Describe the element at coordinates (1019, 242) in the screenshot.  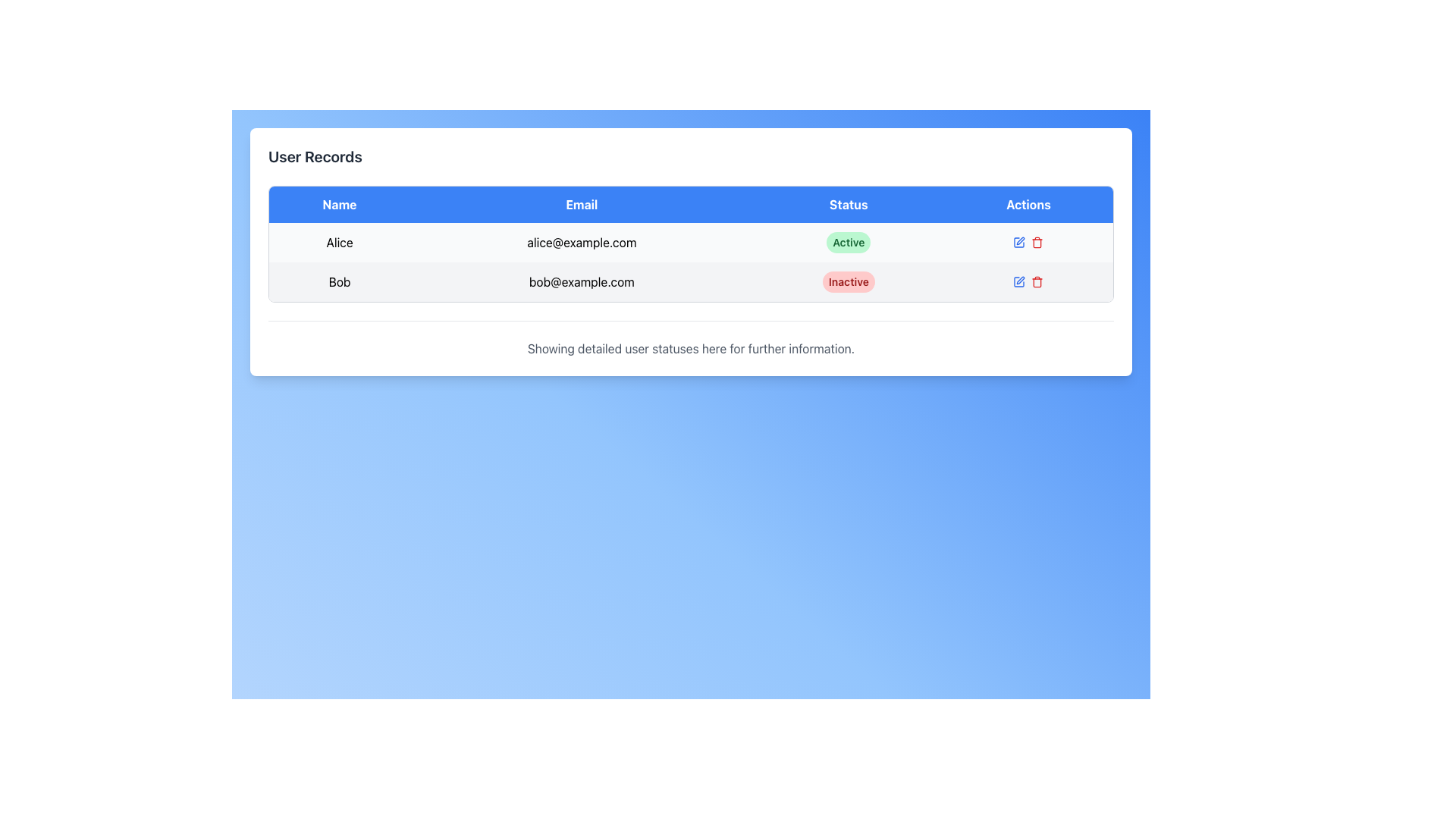
I see `the edit icon in the 'Actions' column of Alice's record` at that location.